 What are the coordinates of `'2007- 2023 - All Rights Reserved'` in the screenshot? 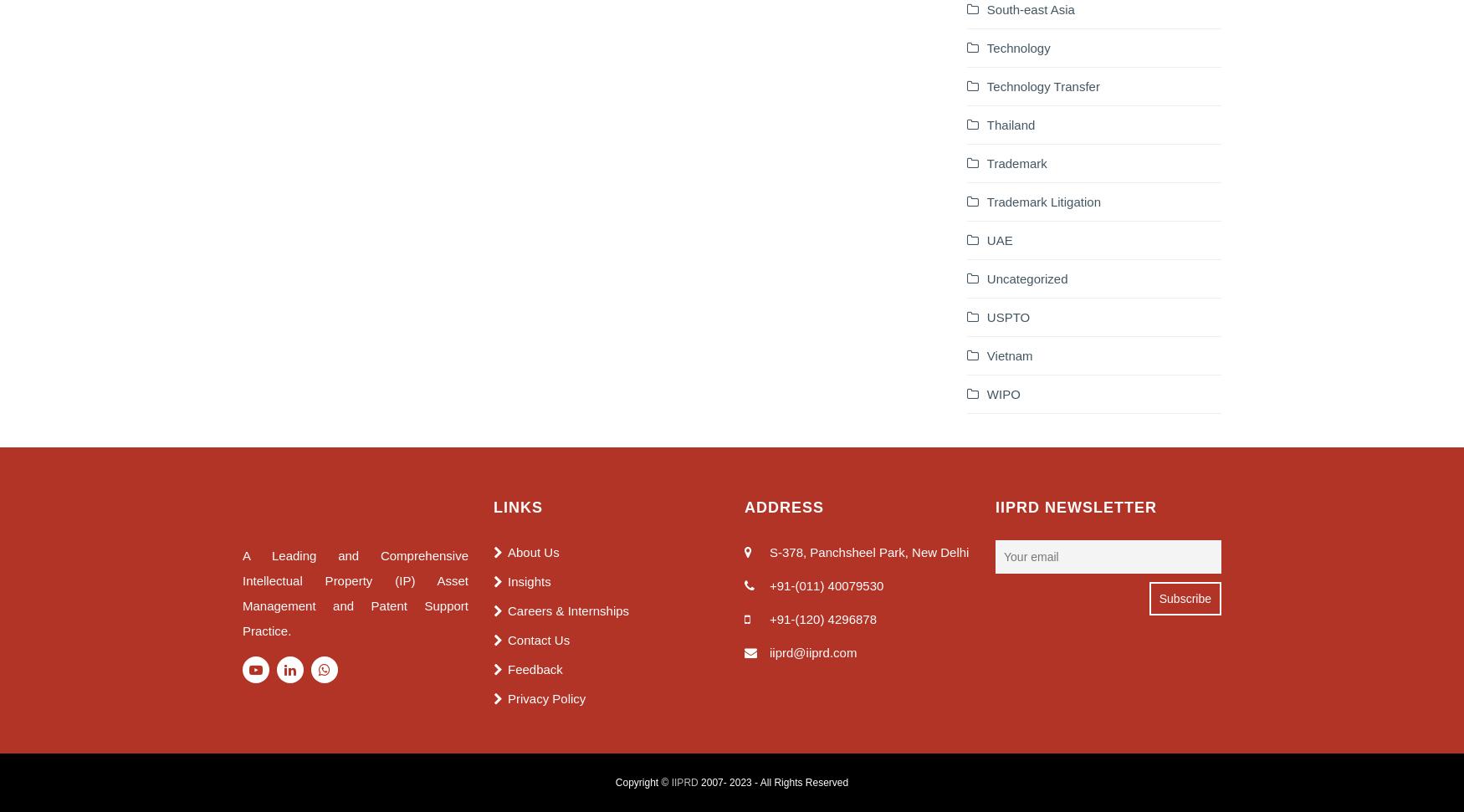 It's located at (772, 780).